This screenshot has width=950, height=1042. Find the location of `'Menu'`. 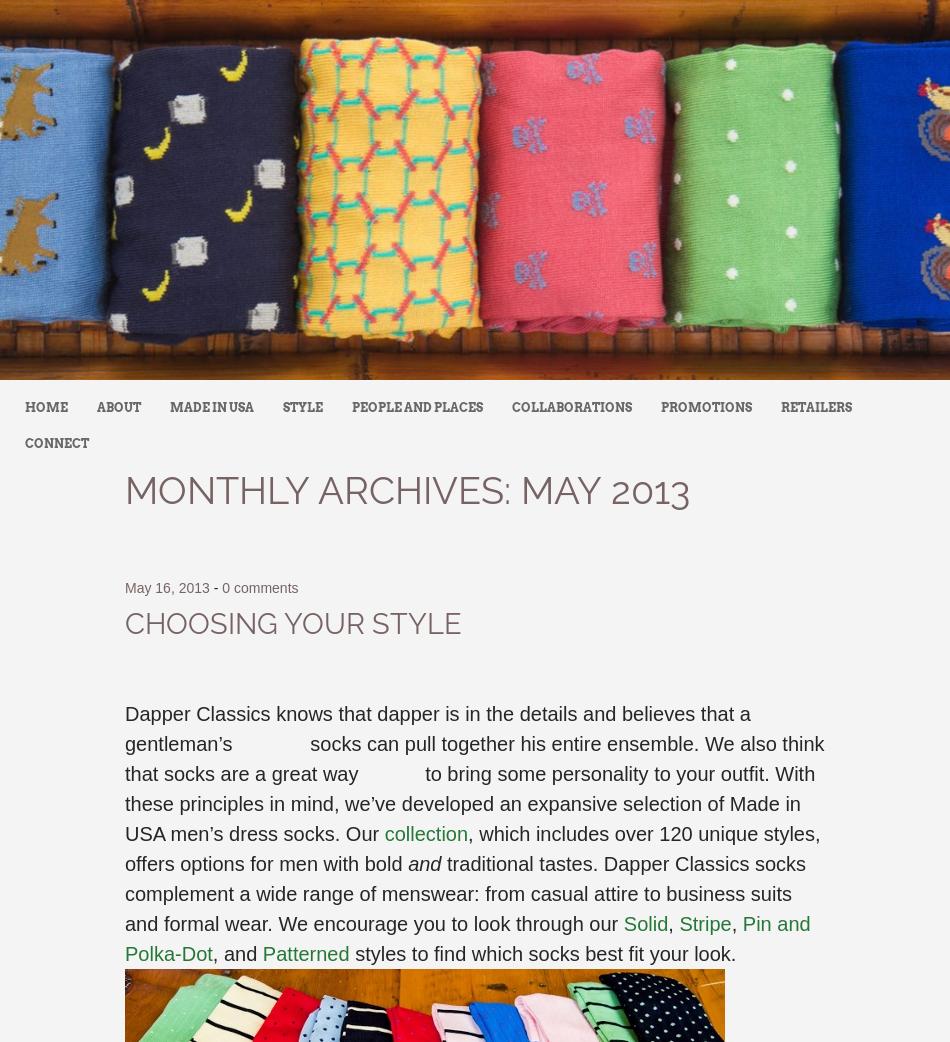

'Menu' is located at coordinates (0, 406).